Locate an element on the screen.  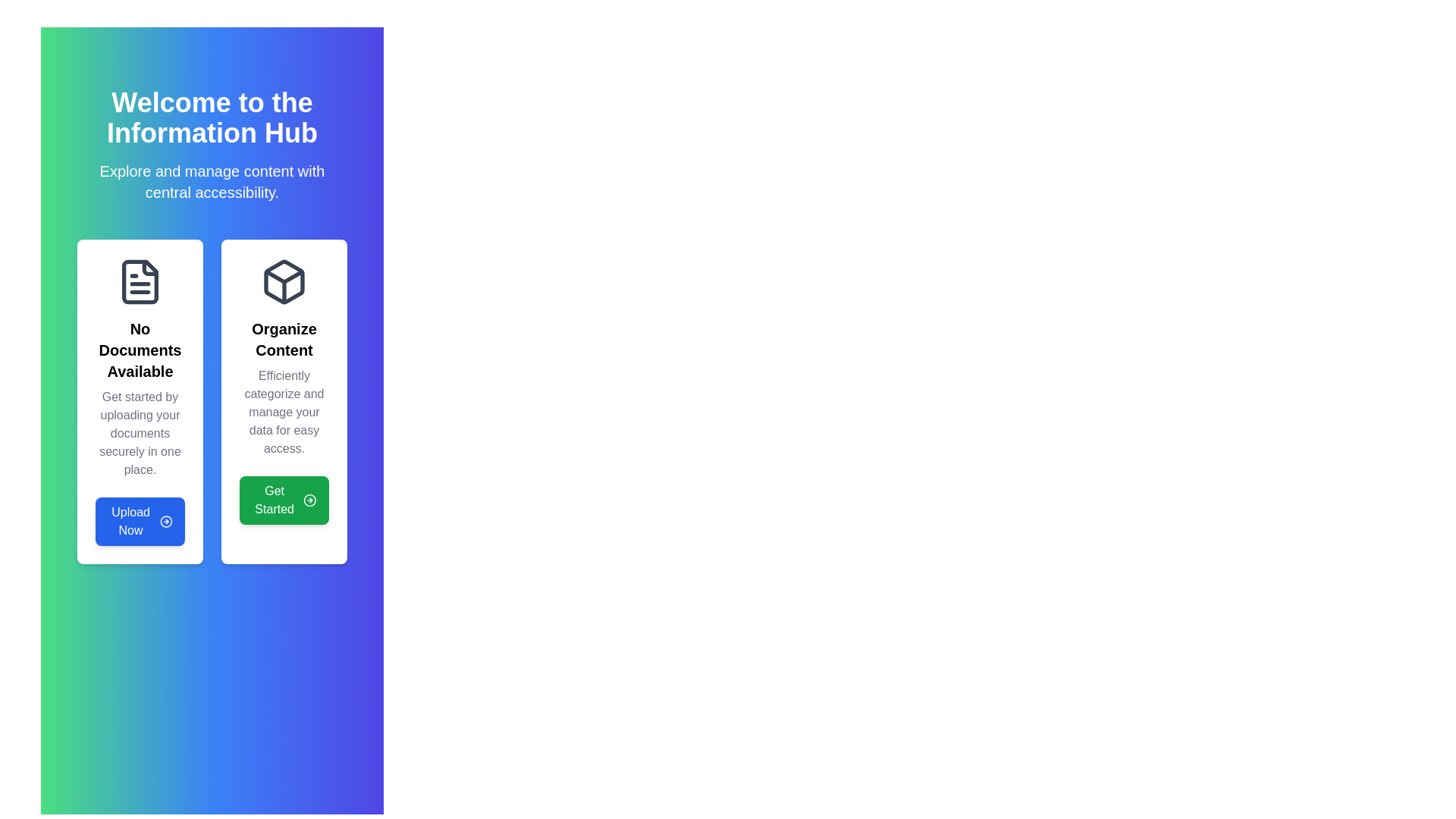
the headline text that greets users and introduces the application's purpose is located at coordinates (211, 117).